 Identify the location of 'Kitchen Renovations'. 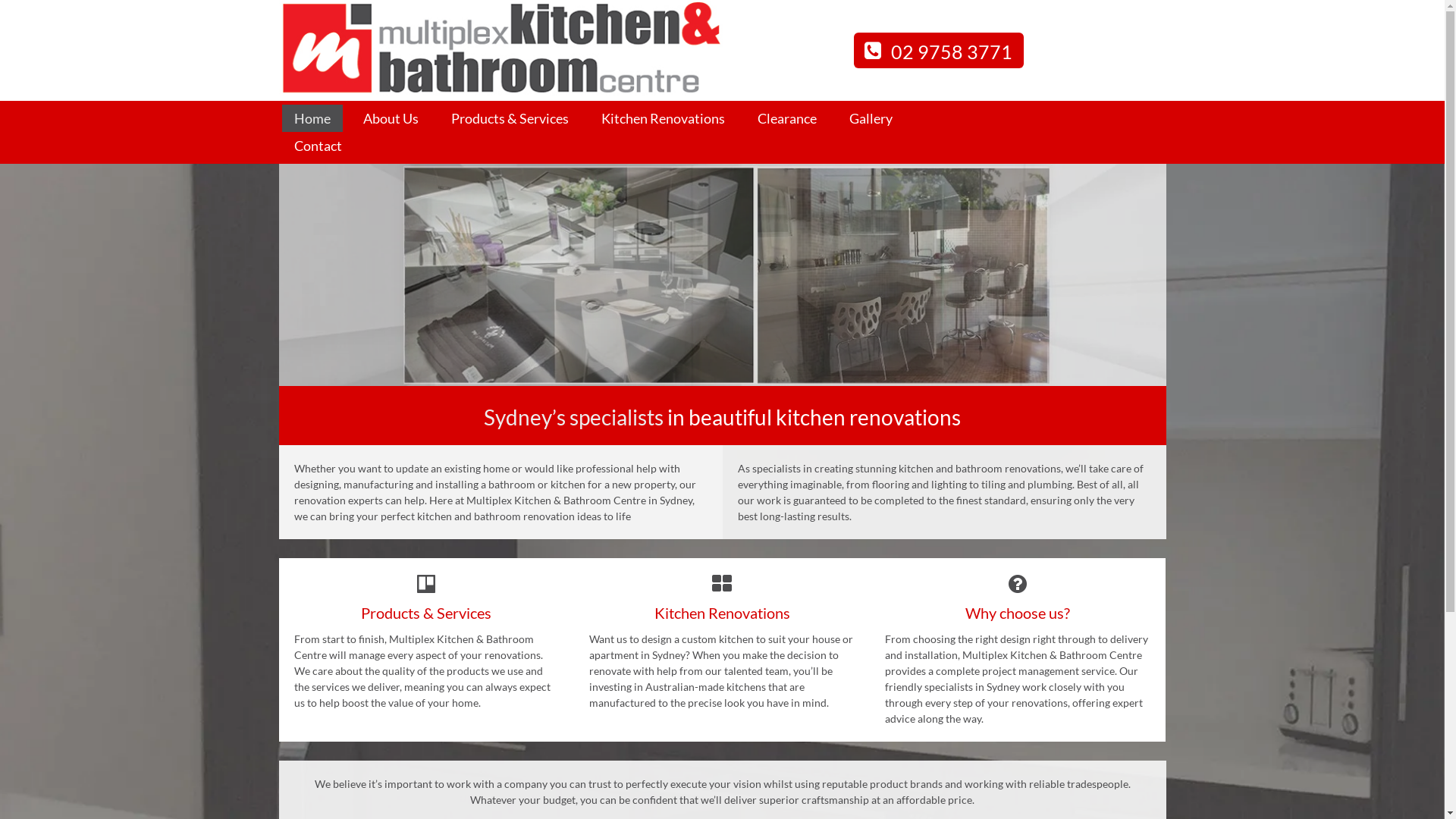
(662, 118).